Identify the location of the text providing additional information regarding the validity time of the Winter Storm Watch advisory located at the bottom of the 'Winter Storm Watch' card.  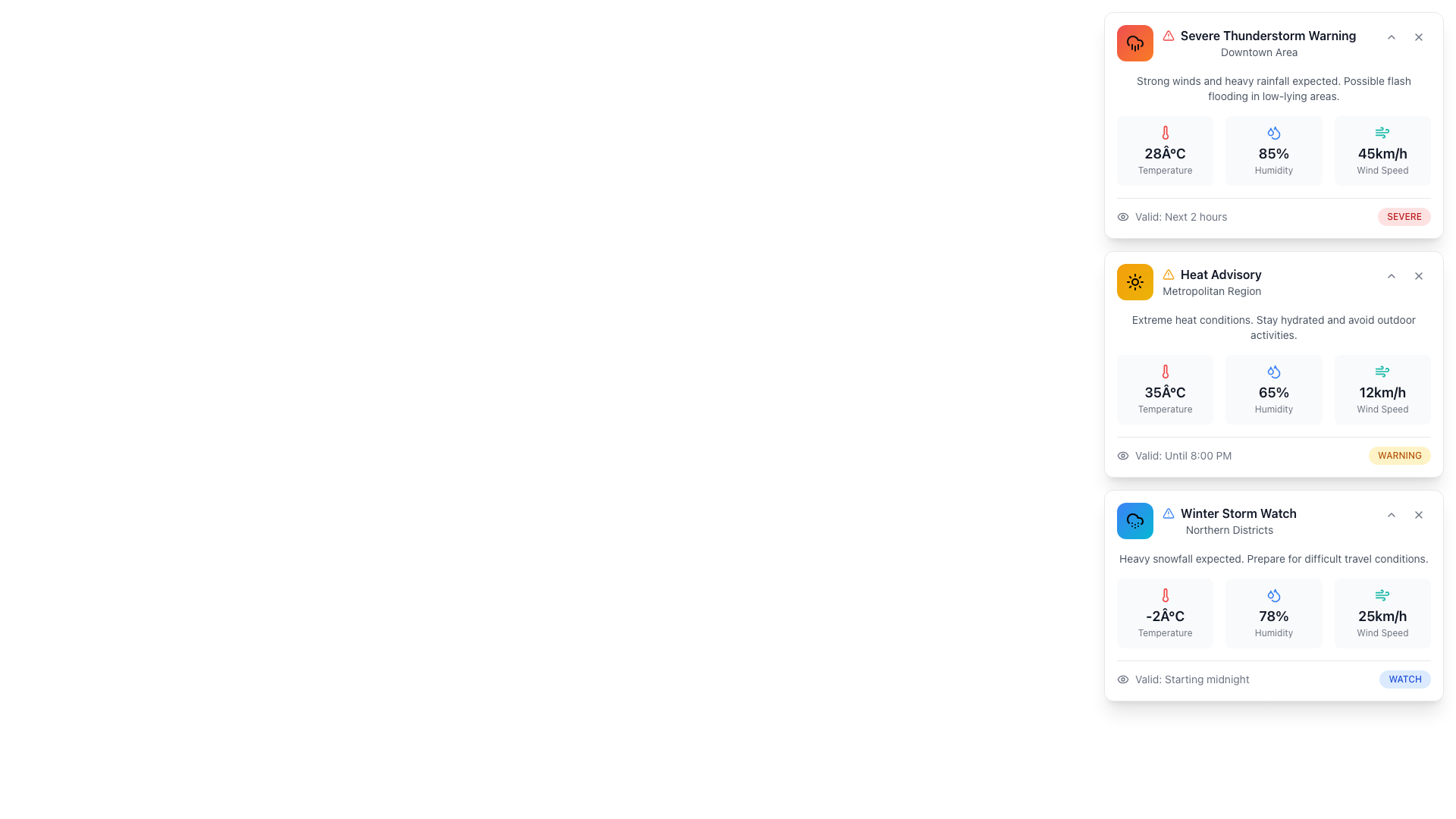
(1191, 678).